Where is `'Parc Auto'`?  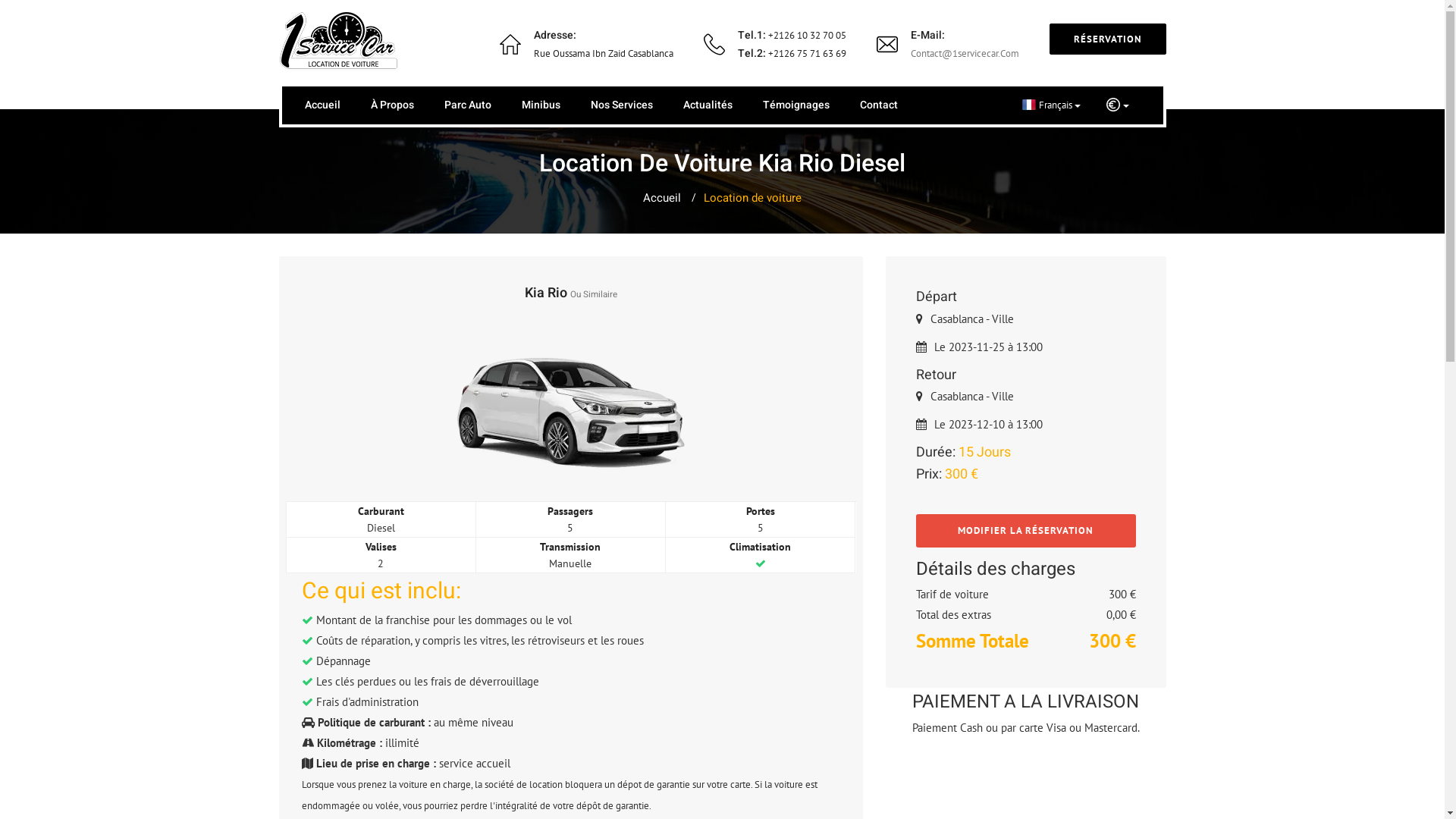
'Parc Auto' is located at coordinates (467, 104).